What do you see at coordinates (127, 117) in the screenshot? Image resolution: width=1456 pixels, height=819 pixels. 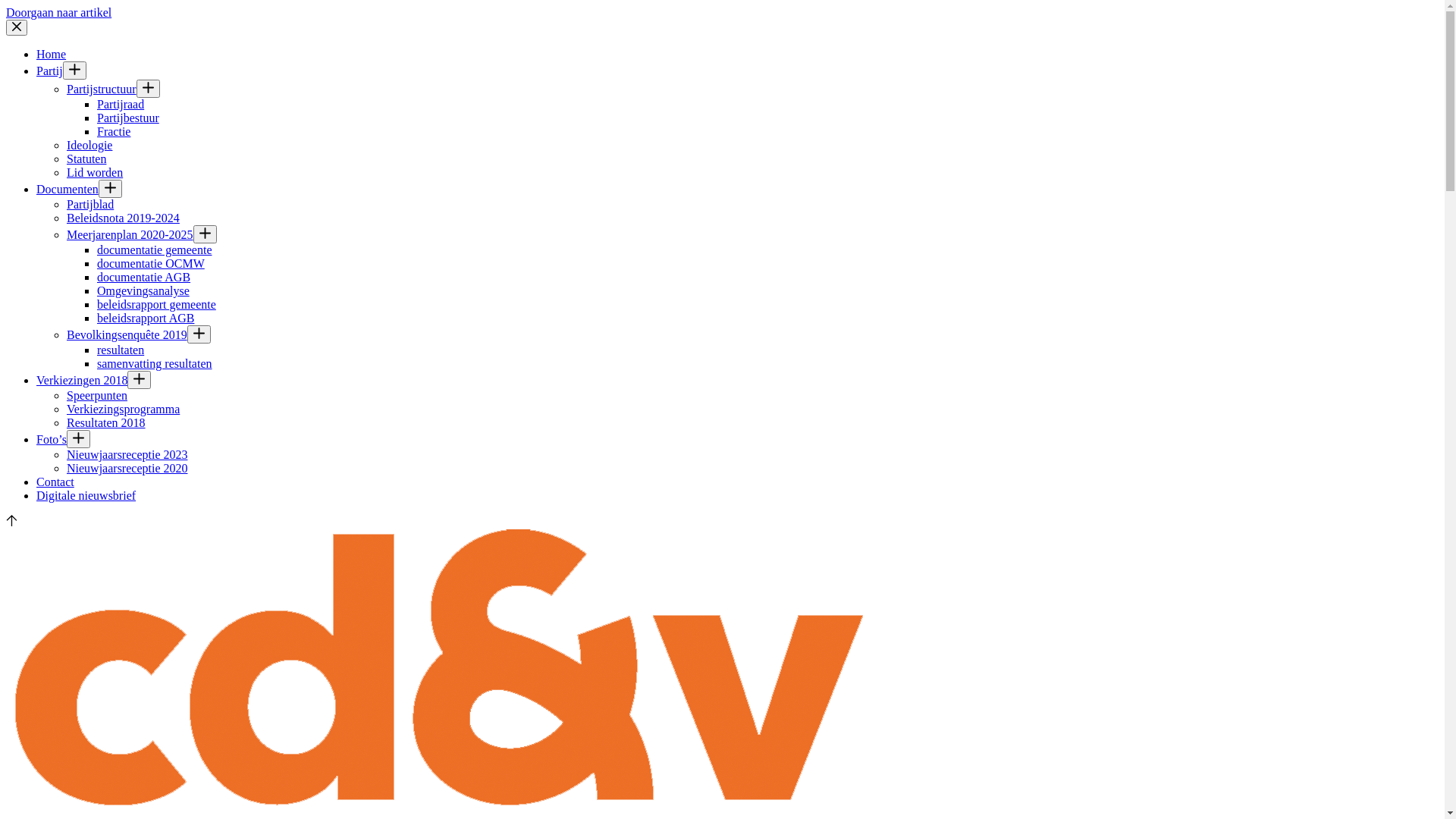 I see `'Partijbestuur'` at bounding box center [127, 117].